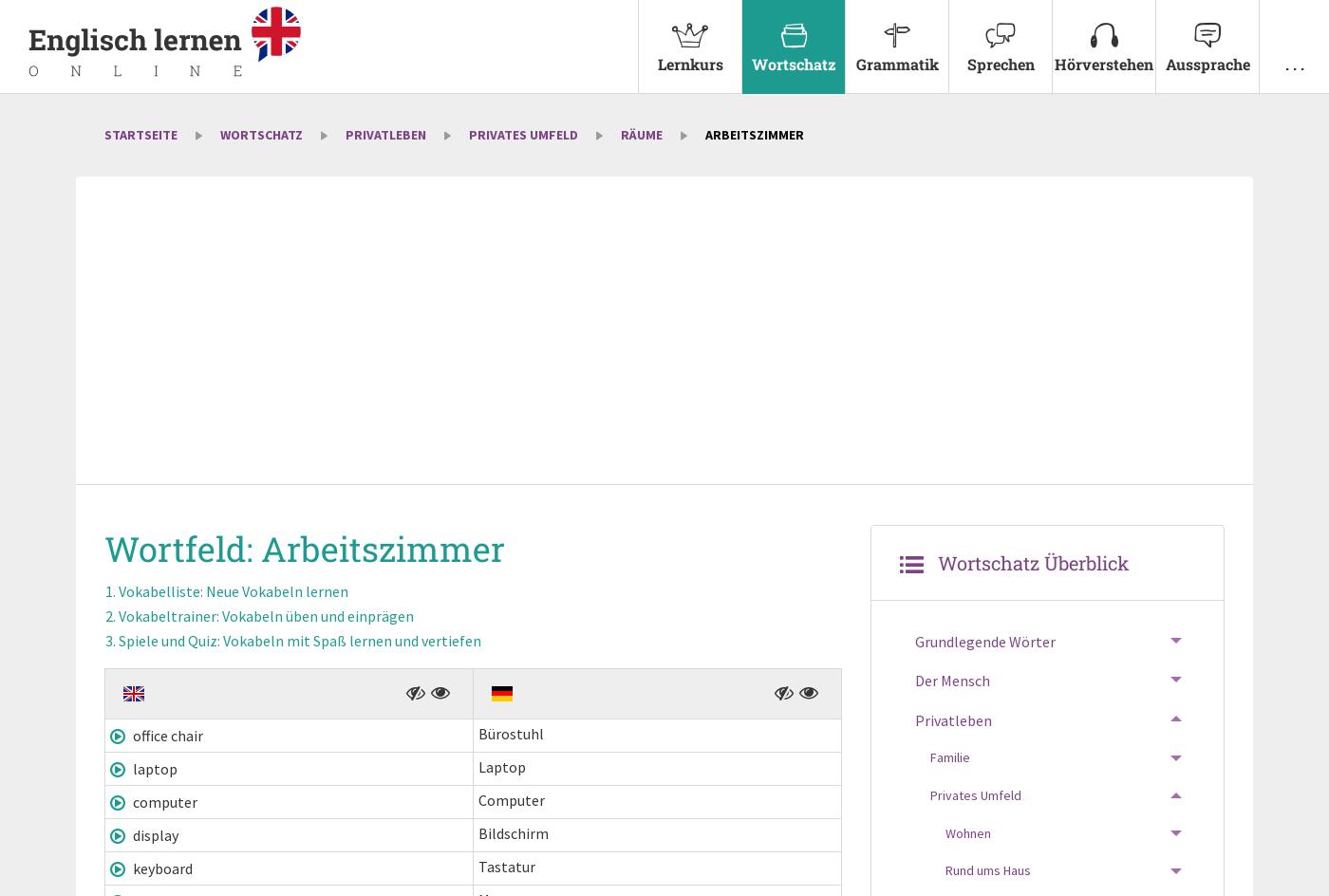 Image resolution: width=1329 pixels, height=896 pixels. Describe the element at coordinates (914, 640) in the screenshot. I see `'Grundlegende Wörter'` at that location.